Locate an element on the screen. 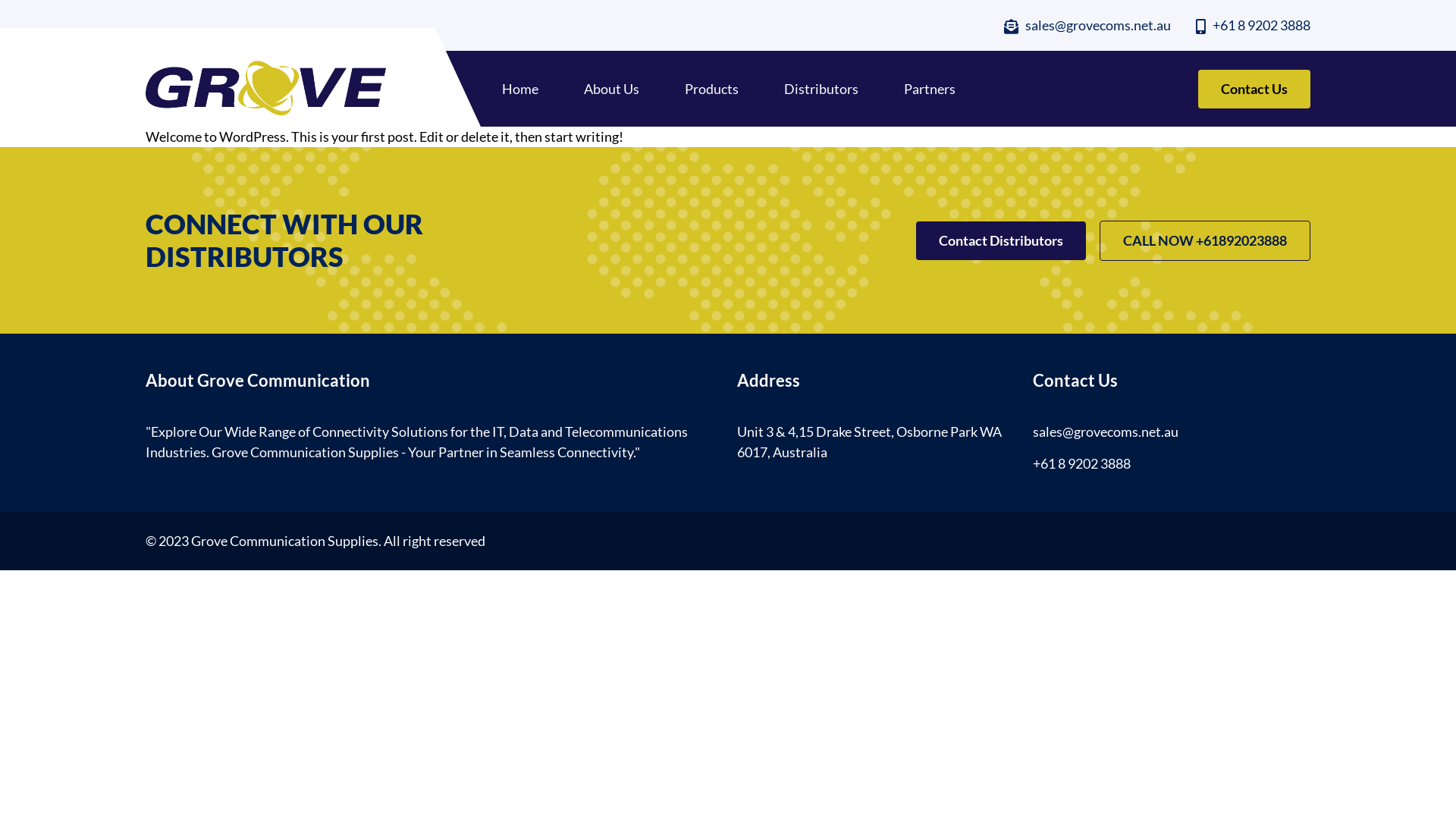 The height and width of the screenshot is (819, 1456). 'sales@grovecoms.net.au' is located at coordinates (1004, 25).